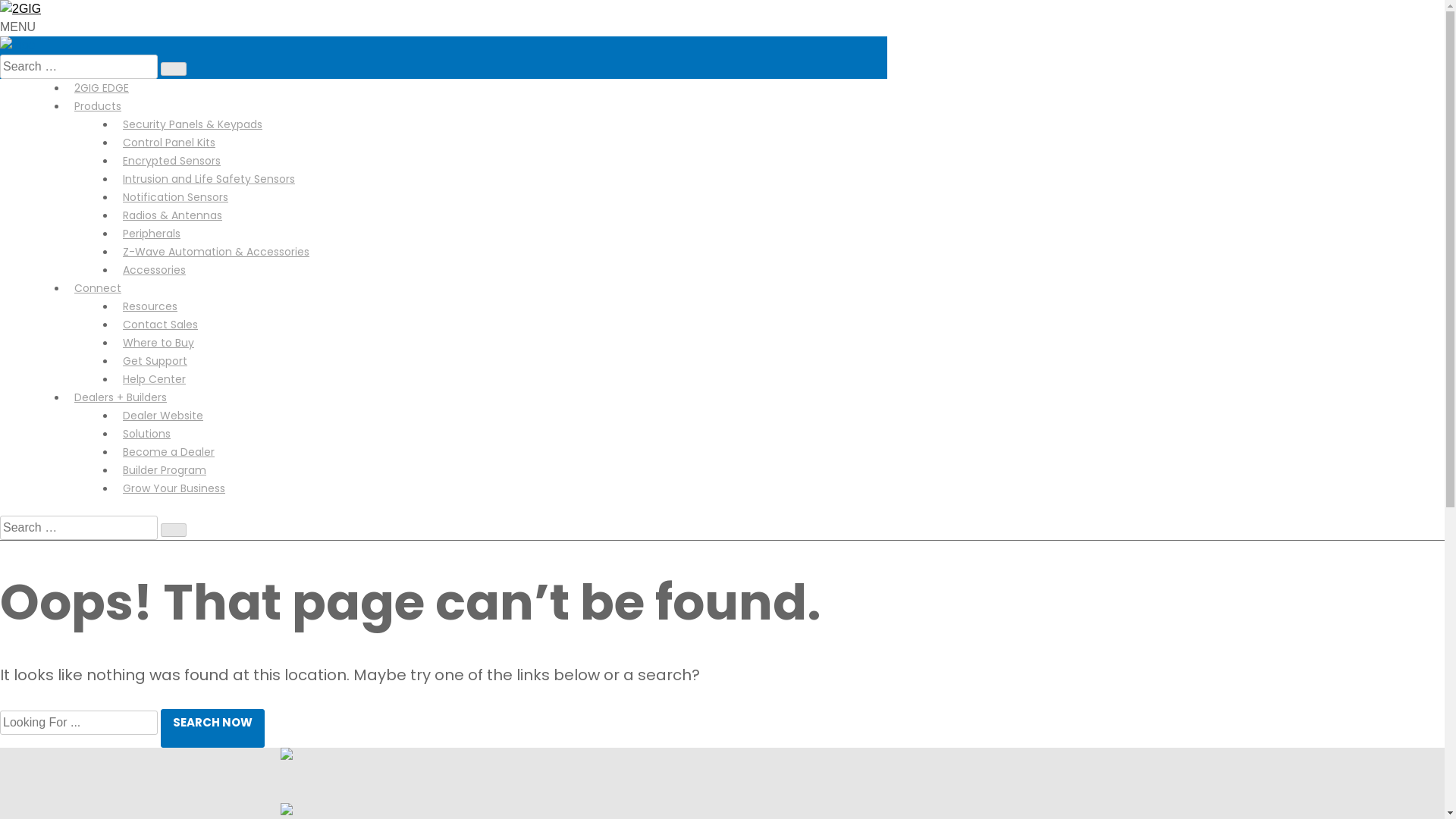  What do you see at coordinates (20, 8) in the screenshot?
I see `'2GIG'` at bounding box center [20, 8].